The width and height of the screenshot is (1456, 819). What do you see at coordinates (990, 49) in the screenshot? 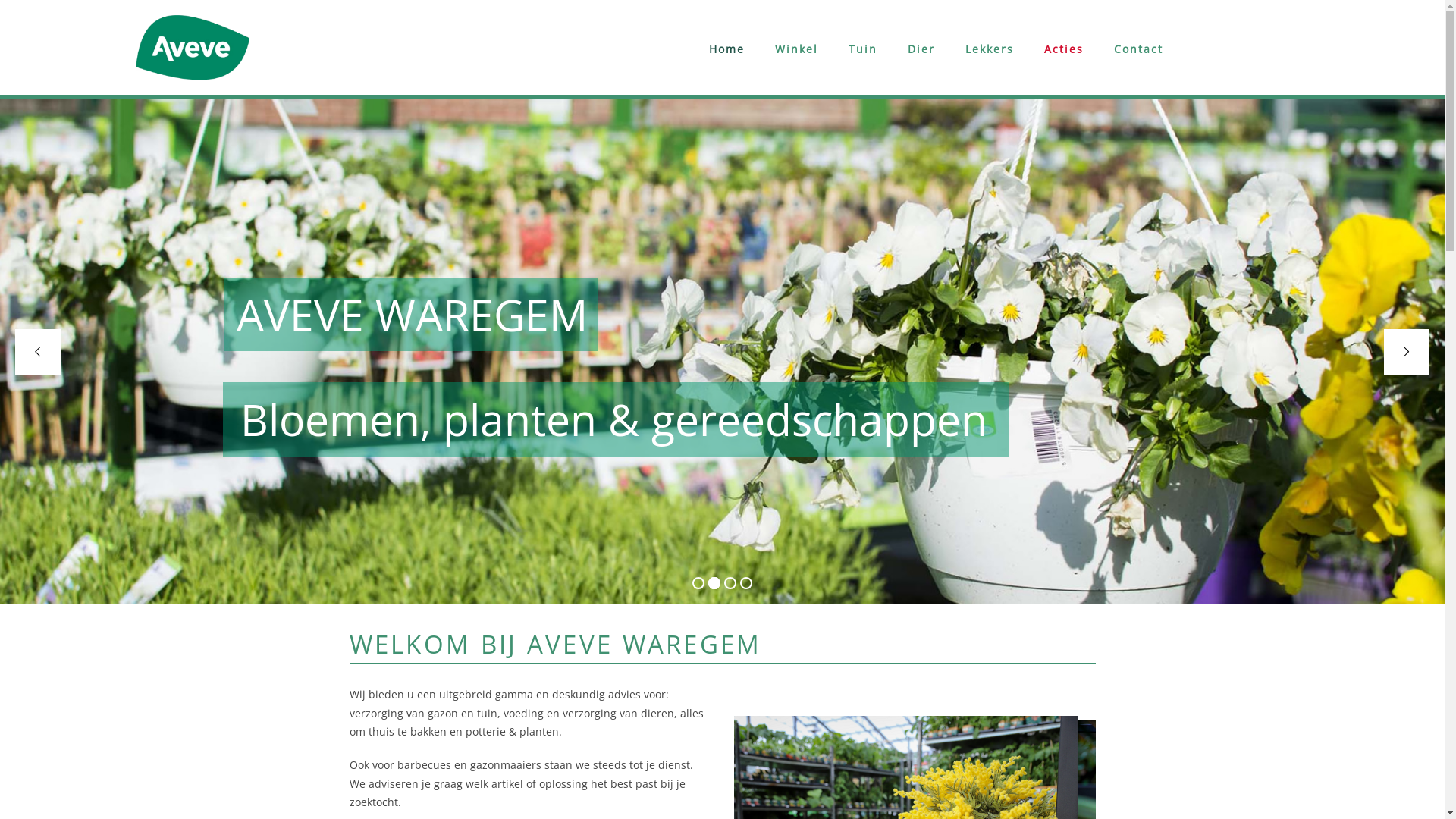
I see `'Lekkers'` at bounding box center [990, 49].